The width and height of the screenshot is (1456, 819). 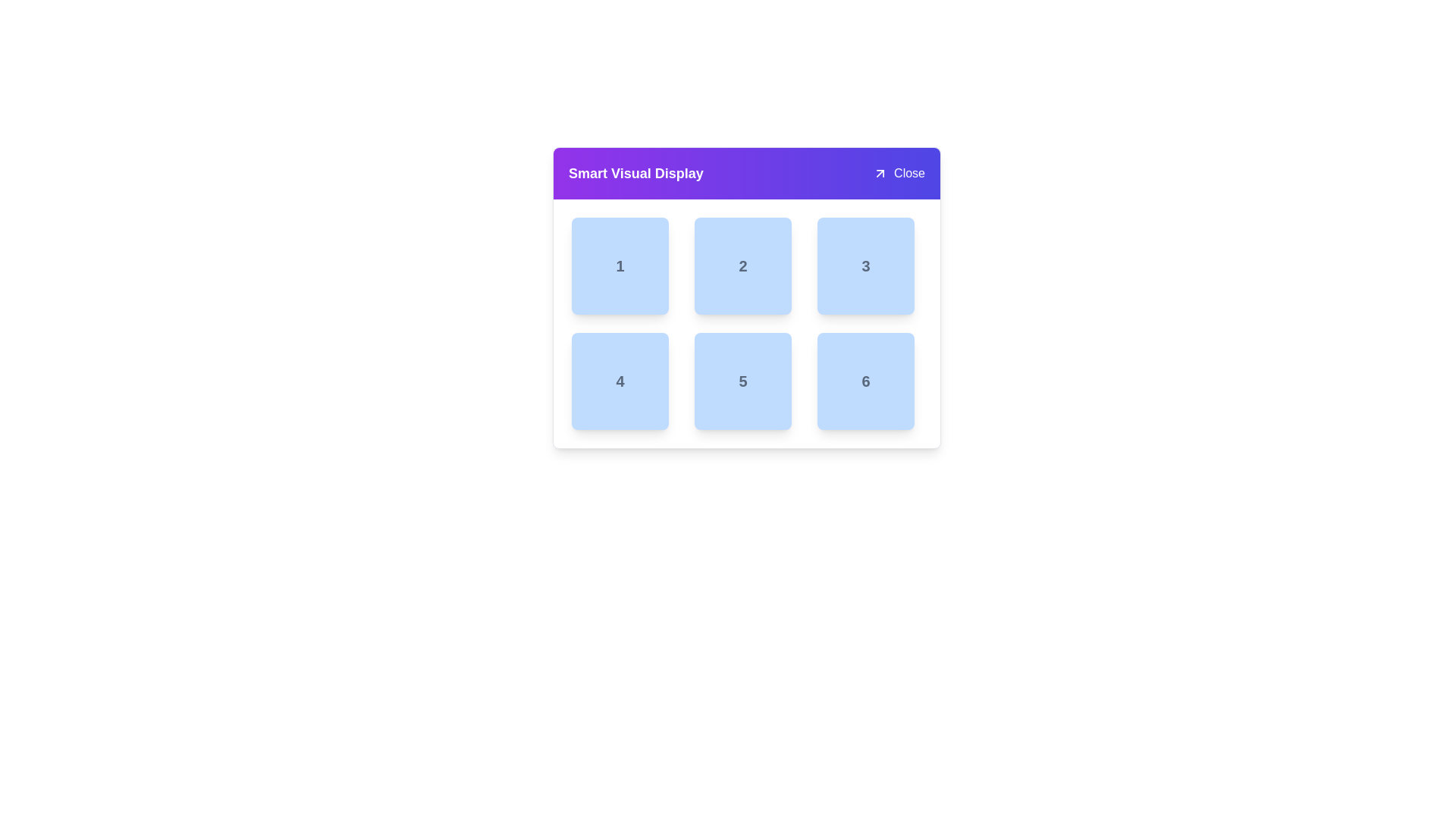 What do you see at coordinates (742, 380) in the screenshot?
I see `value of the bold gray number '5' located in the center of the rounded blue box in the bottom row, middle column of a grid of six boxes` at bounding box center [742, 380].